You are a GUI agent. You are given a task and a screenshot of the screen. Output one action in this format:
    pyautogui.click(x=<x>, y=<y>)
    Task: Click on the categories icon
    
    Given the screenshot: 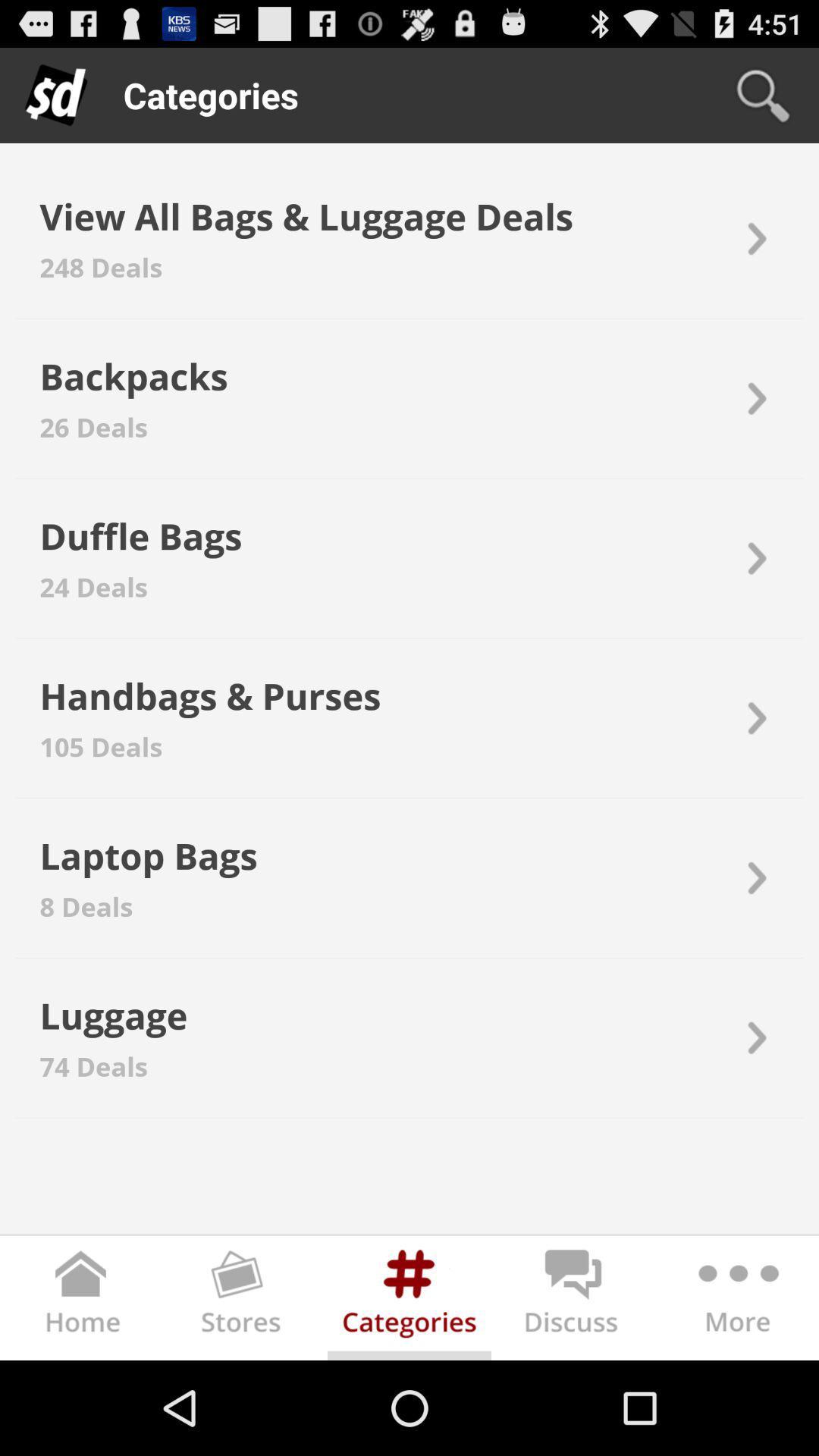 What is the action you would take?
    pyautogui.click(x=409, y=1301)
    